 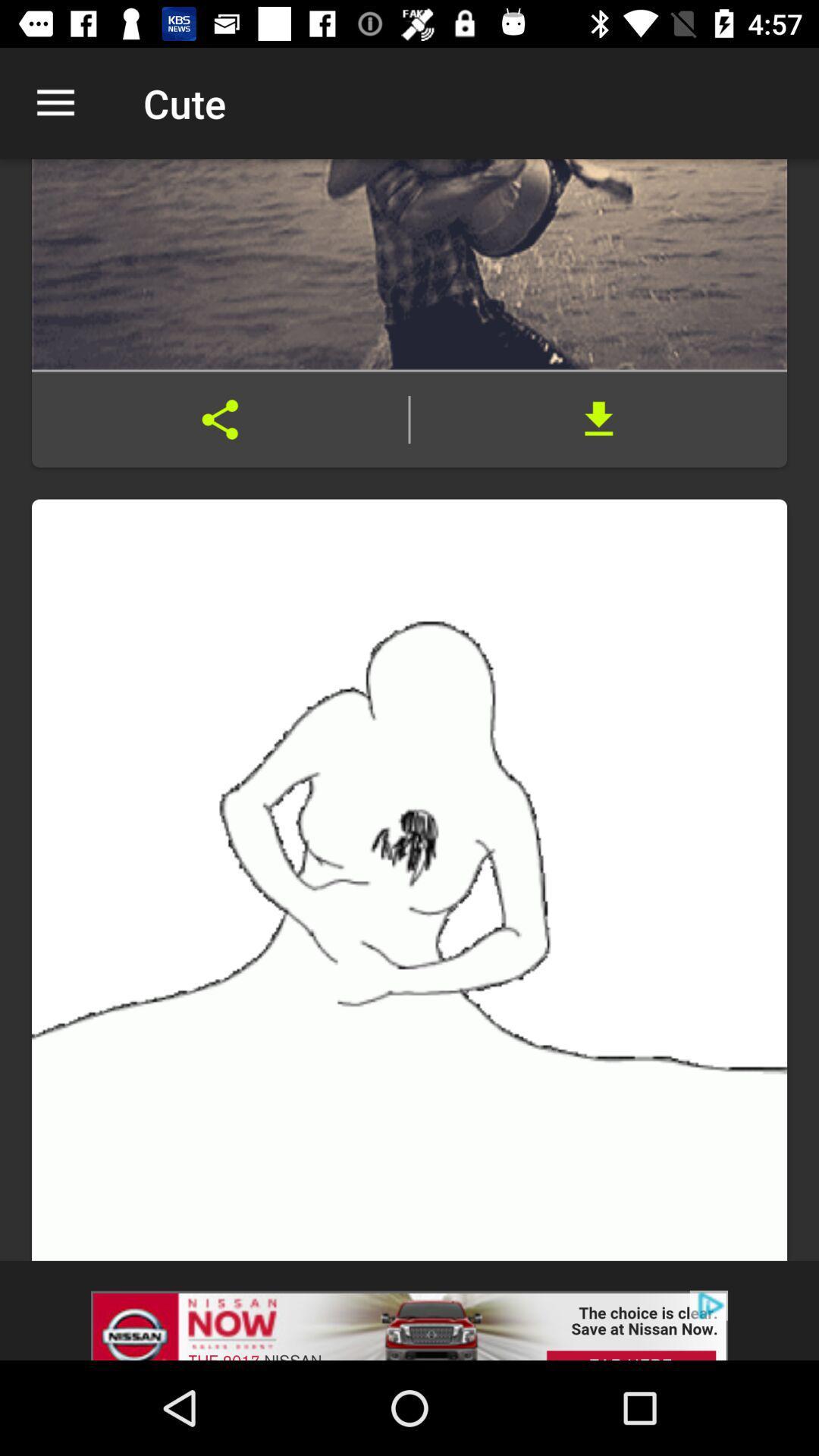 What do you see at coordinates (598, 419) in the screenshot?
I see `download button` at bounding box center [598, 419].